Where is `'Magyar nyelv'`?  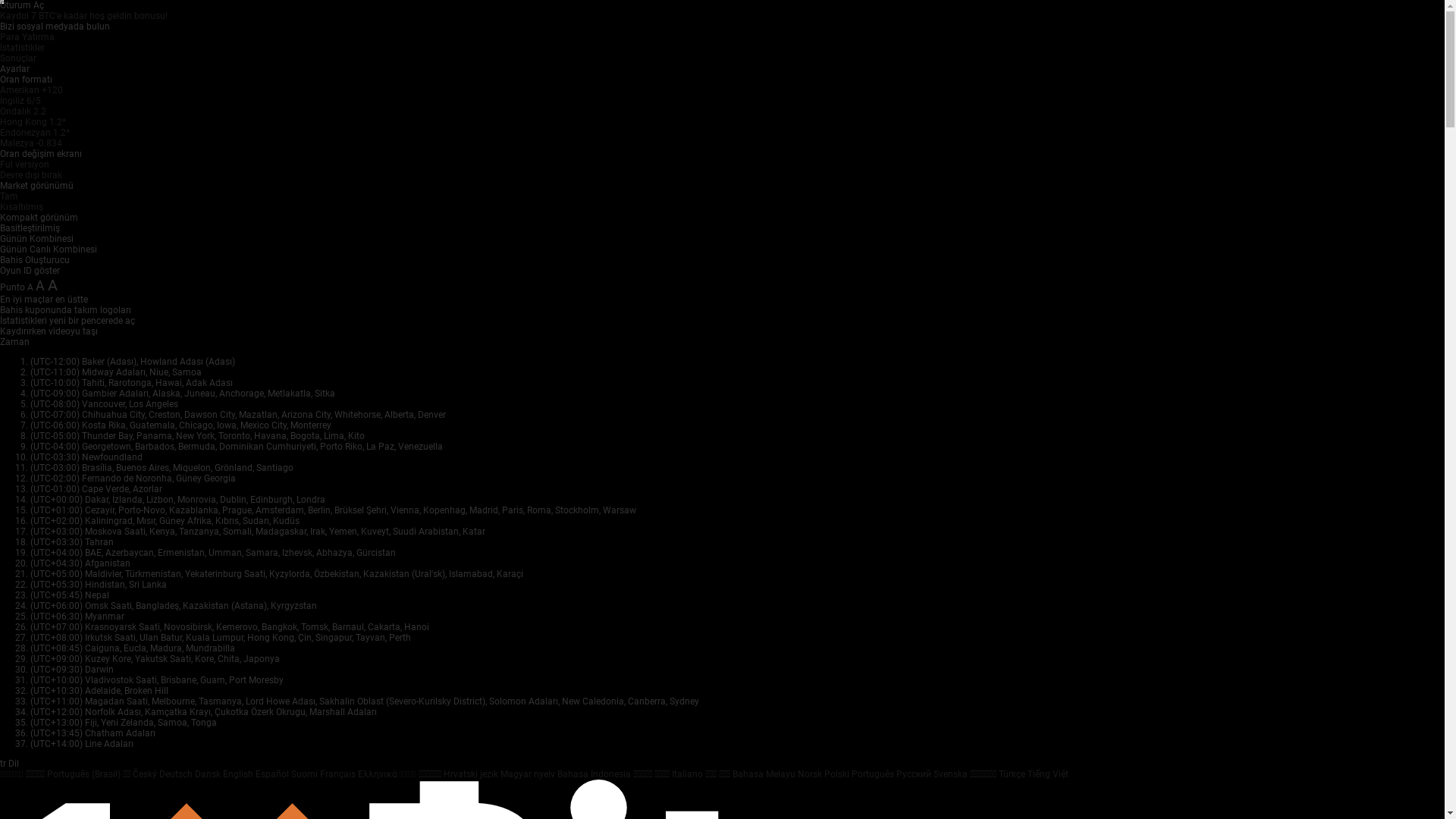 'Magyar nyelv' is located at coordinates (529, 774).